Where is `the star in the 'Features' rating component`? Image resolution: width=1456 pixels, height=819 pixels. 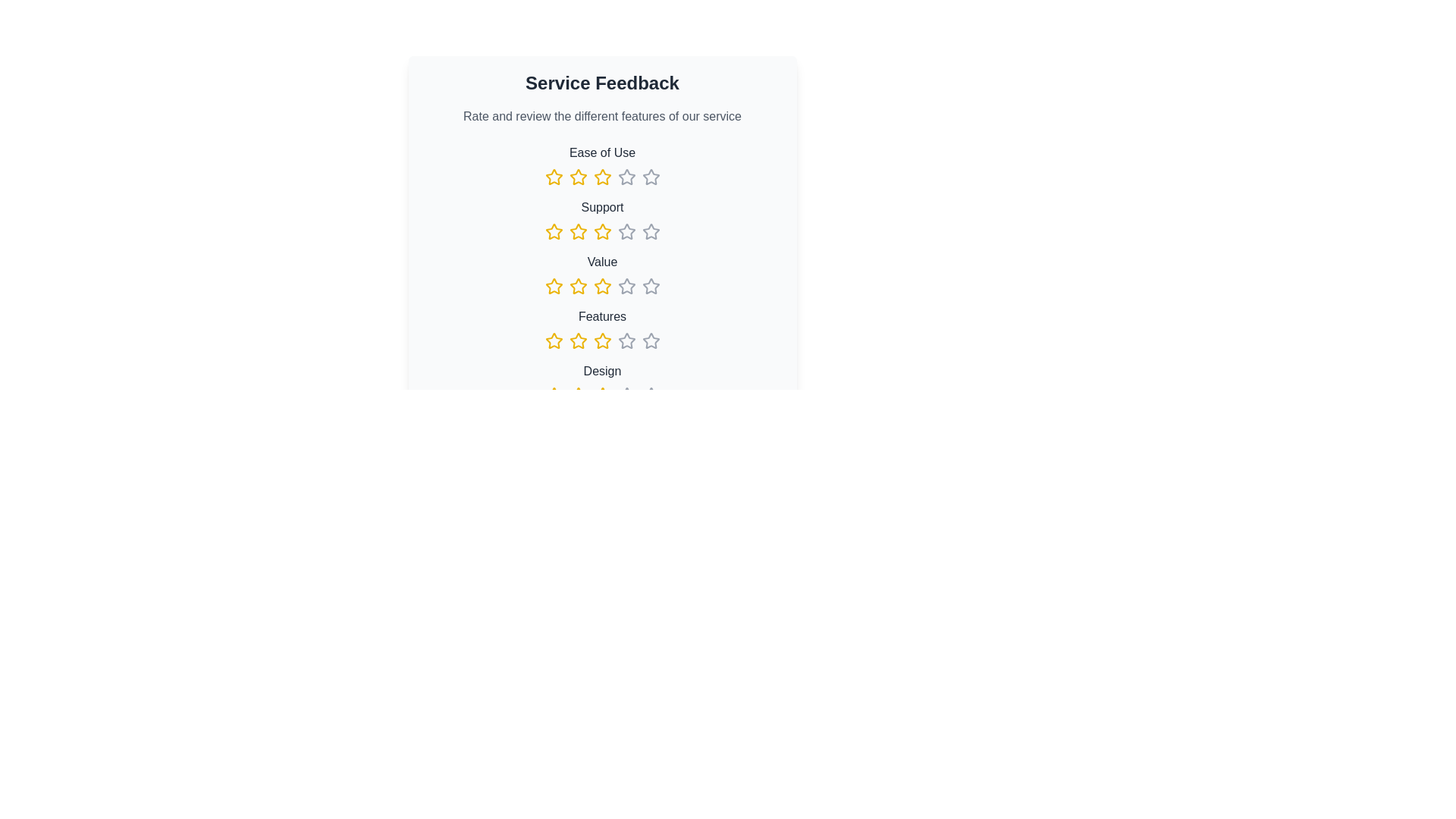
the star in the 'Features' rating component is located at coordinates (601, 341).